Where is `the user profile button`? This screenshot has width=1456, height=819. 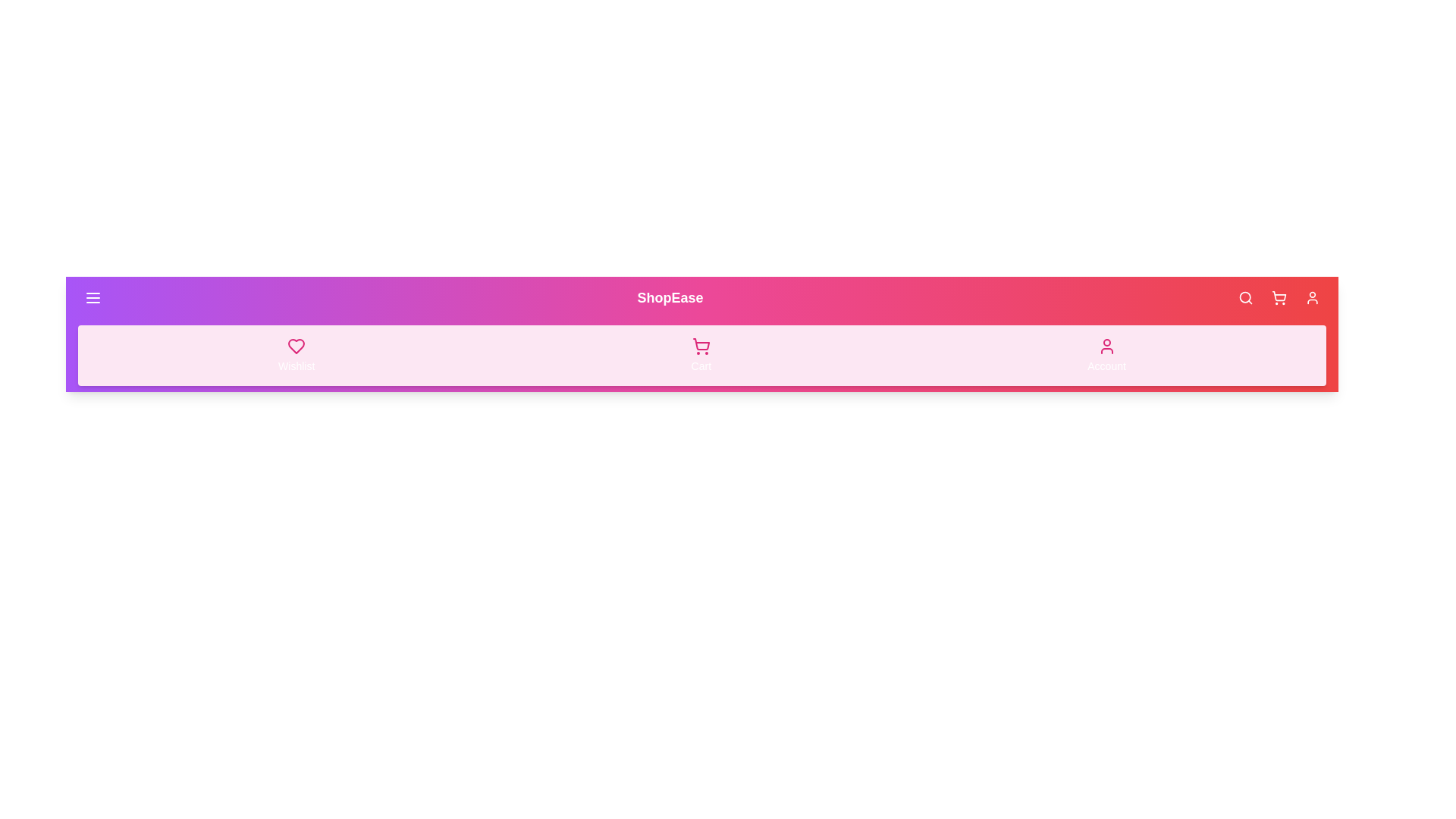 the user profile button is located at coordinates (1312, 298).